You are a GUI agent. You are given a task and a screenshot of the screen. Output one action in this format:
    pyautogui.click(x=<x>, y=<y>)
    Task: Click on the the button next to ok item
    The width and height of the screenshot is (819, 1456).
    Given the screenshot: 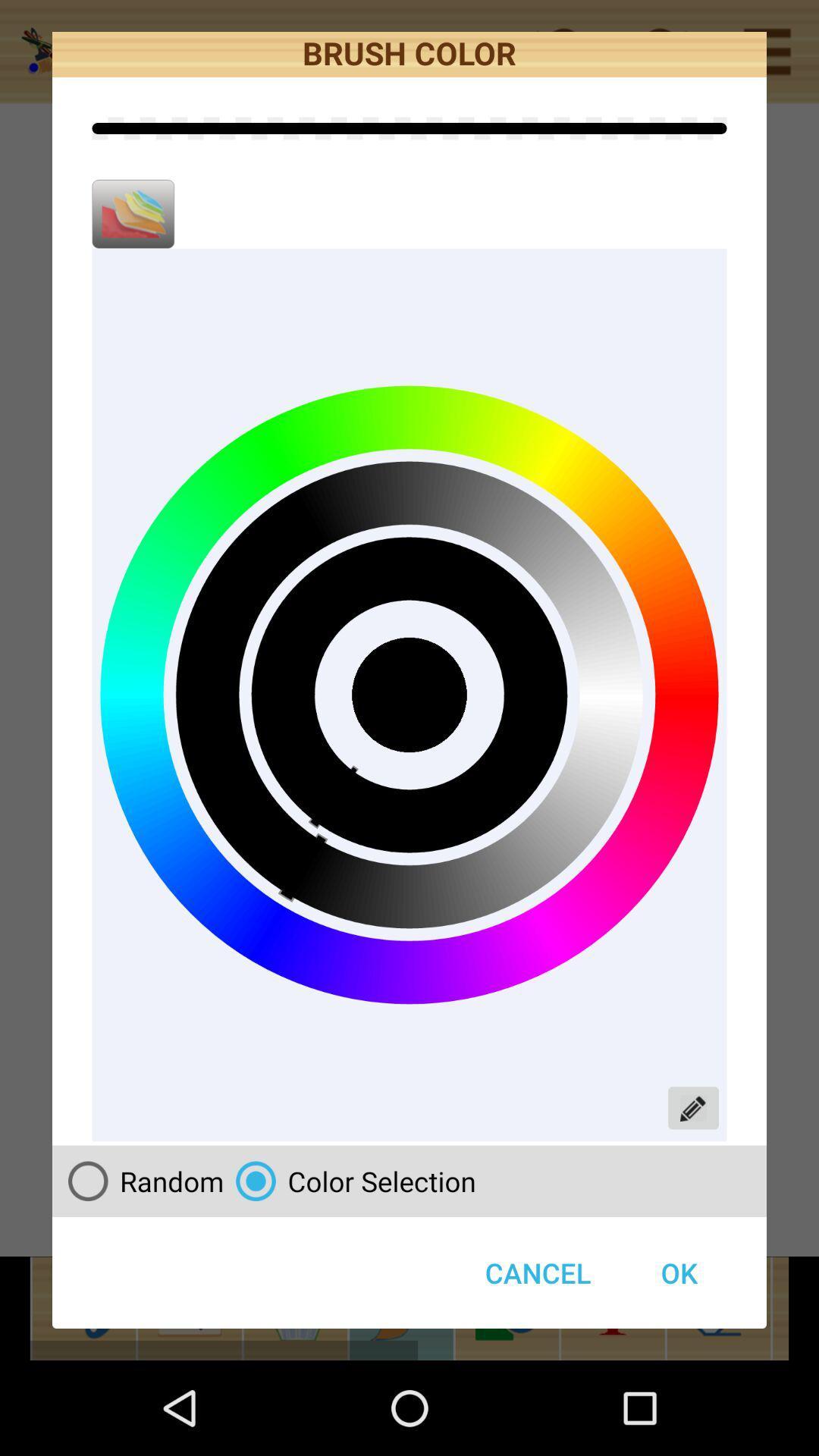 What is the action you would take?
    pyautogui.click(x=537, y=1272)
    